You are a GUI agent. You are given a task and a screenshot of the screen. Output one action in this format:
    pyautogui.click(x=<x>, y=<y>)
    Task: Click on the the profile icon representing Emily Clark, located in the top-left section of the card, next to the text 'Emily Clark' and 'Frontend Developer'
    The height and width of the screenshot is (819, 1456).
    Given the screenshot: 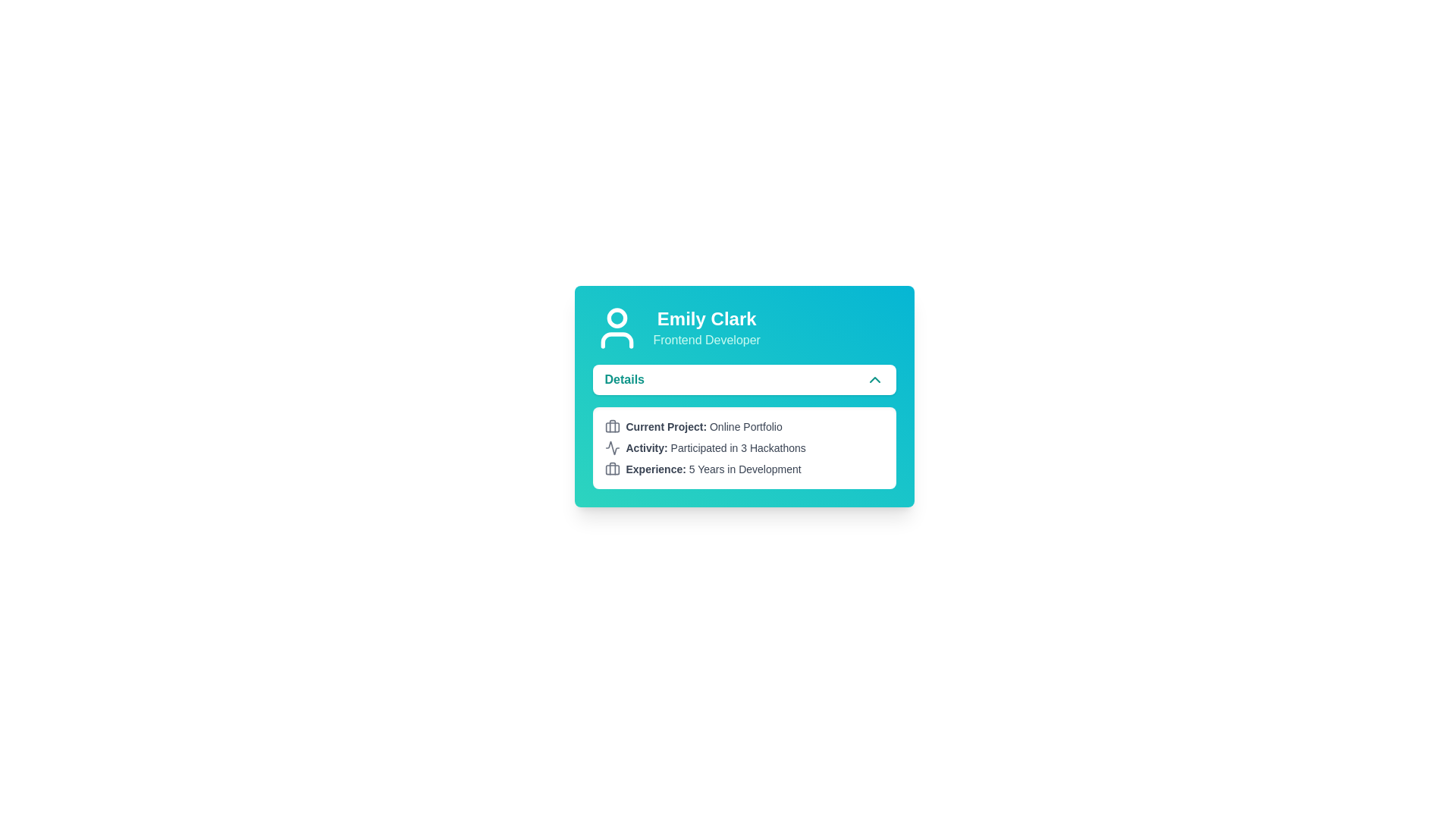 What is the action you would take?
    pyautogui.click(x=617, y=327)
    